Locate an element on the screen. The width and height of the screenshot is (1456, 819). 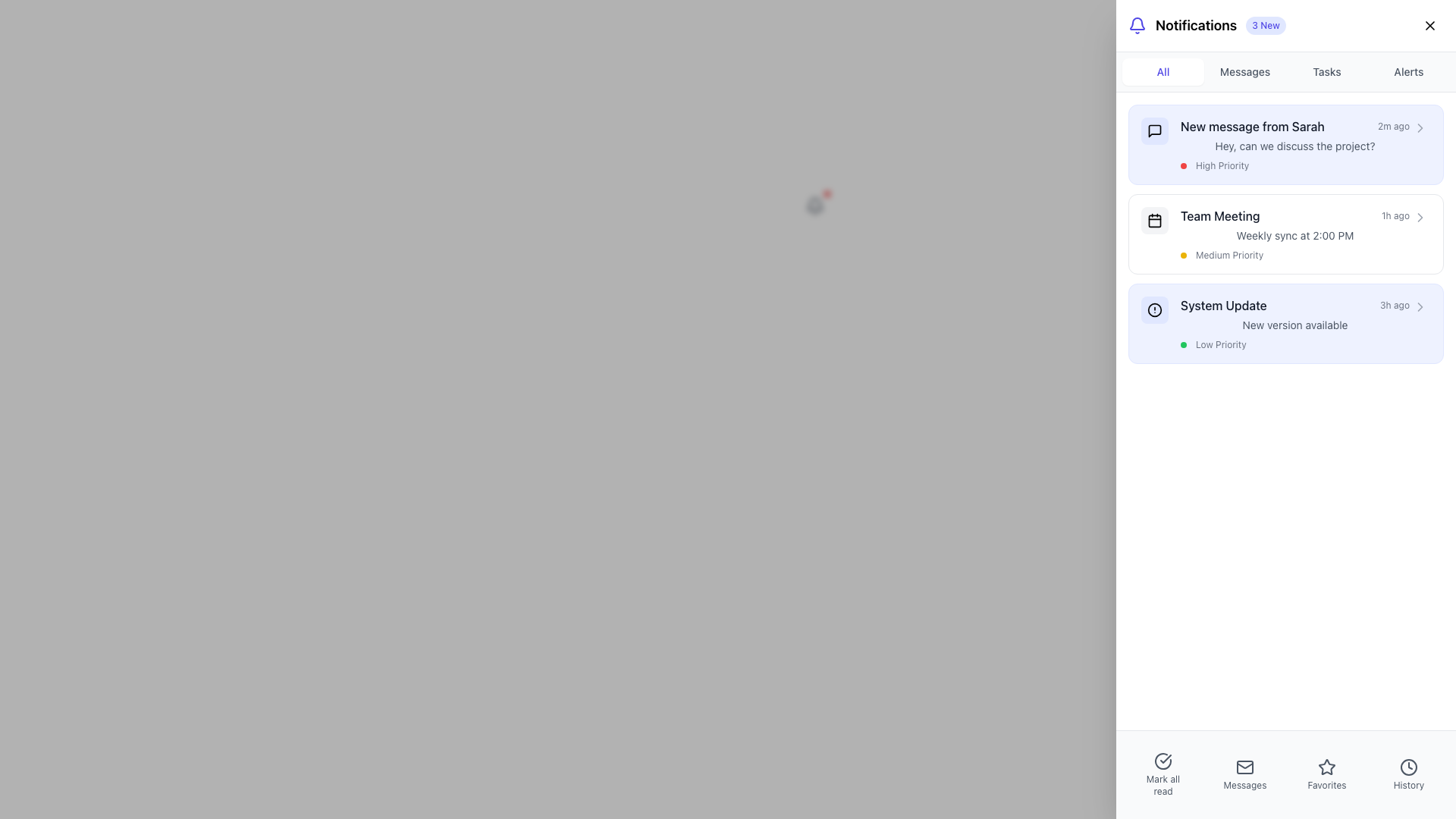
the 'Messages' navigation button, which is the second of four icons at the bottom of the interface, flanked by 'Mark all read' on the left and 'Favorites' on the right is located at coordinates (1244, 775).